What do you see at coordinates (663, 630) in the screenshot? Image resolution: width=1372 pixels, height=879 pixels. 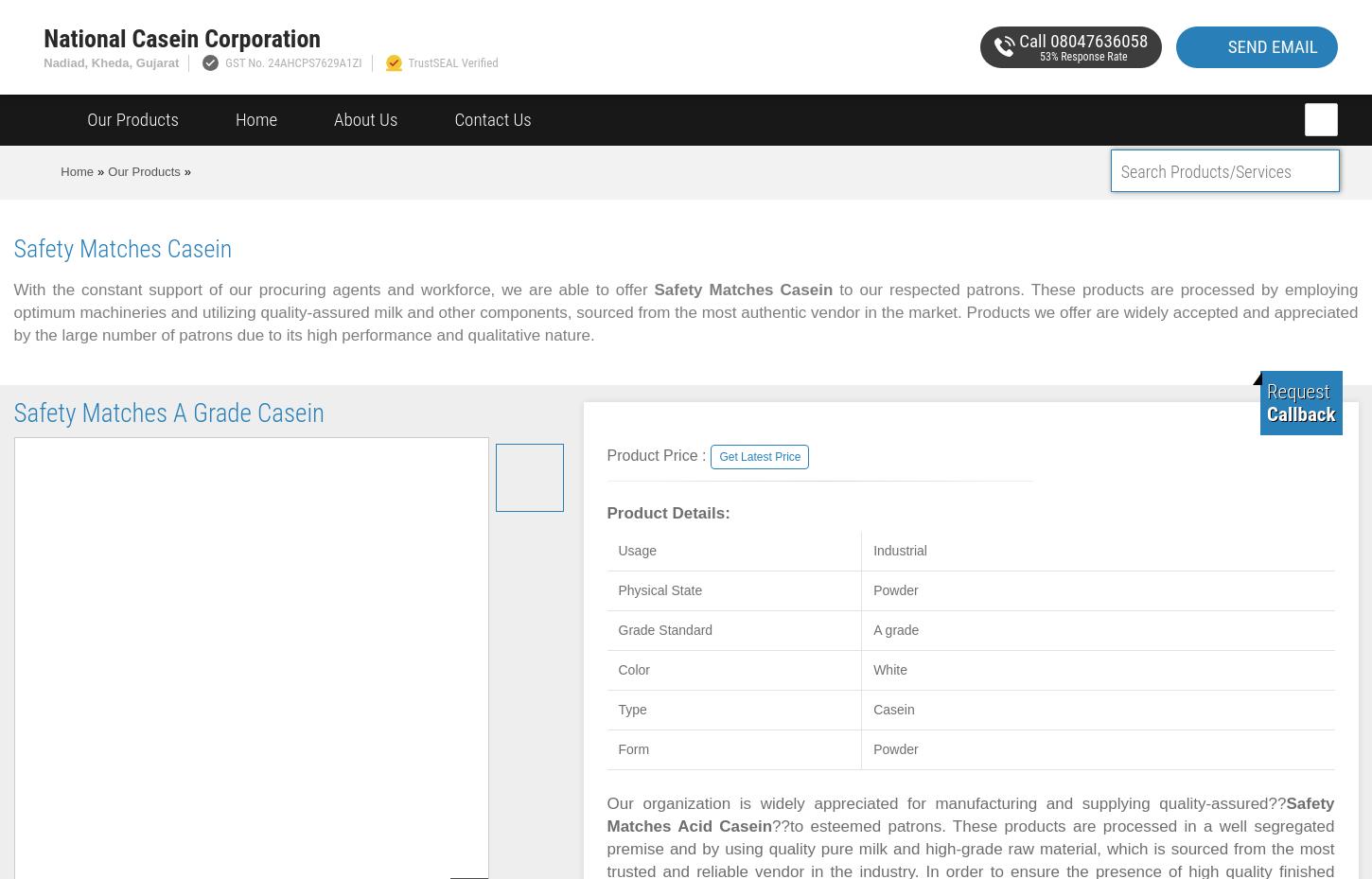 I see `'Grade Standard'` at bounding box center [663, 630].